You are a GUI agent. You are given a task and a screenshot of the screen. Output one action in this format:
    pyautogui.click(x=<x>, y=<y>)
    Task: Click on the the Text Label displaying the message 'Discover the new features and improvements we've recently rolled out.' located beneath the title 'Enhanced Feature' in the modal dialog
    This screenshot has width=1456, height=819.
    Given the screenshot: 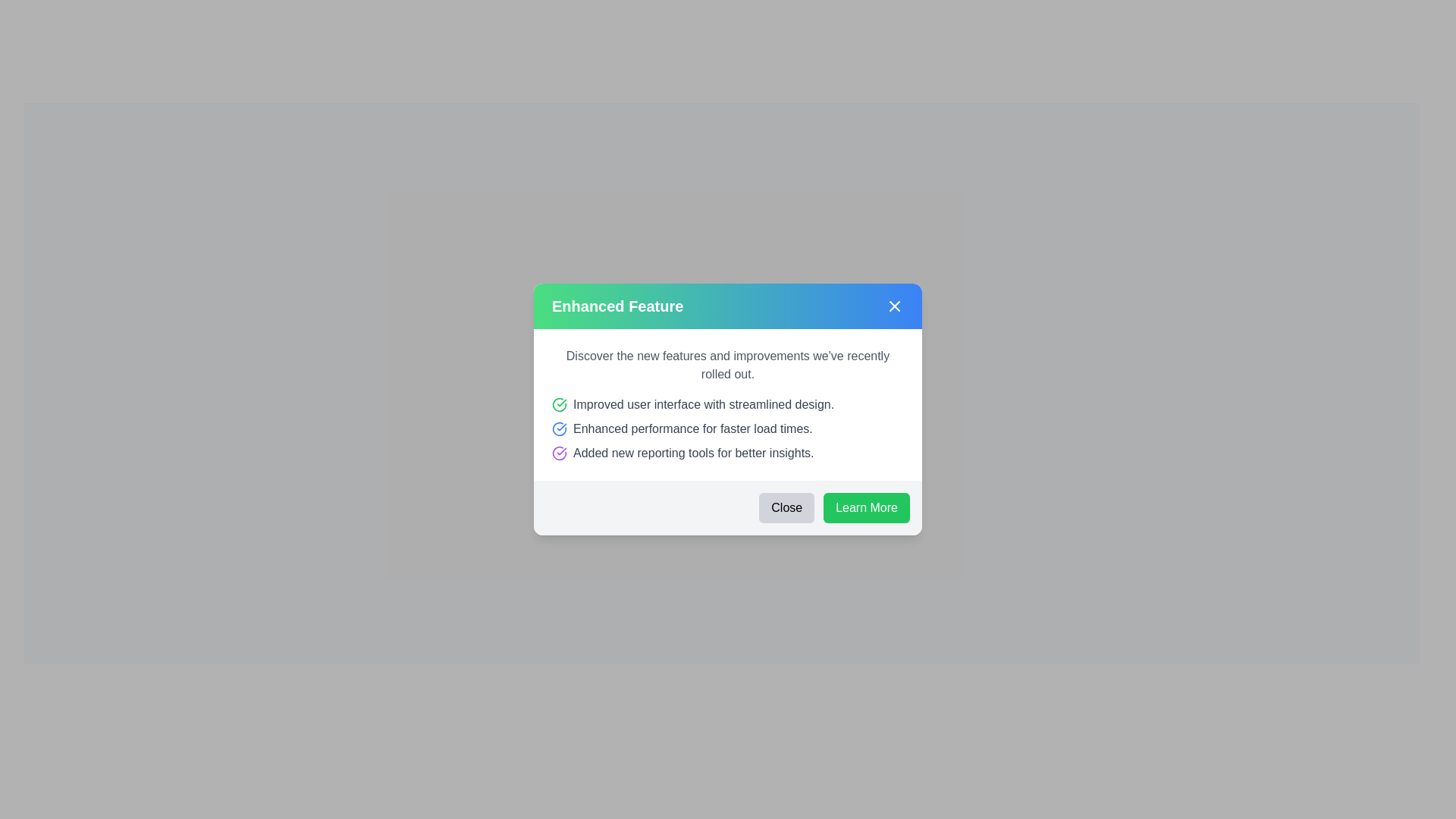 What is the action you would take?
    pyautogui.click(x=728, y=366)
    